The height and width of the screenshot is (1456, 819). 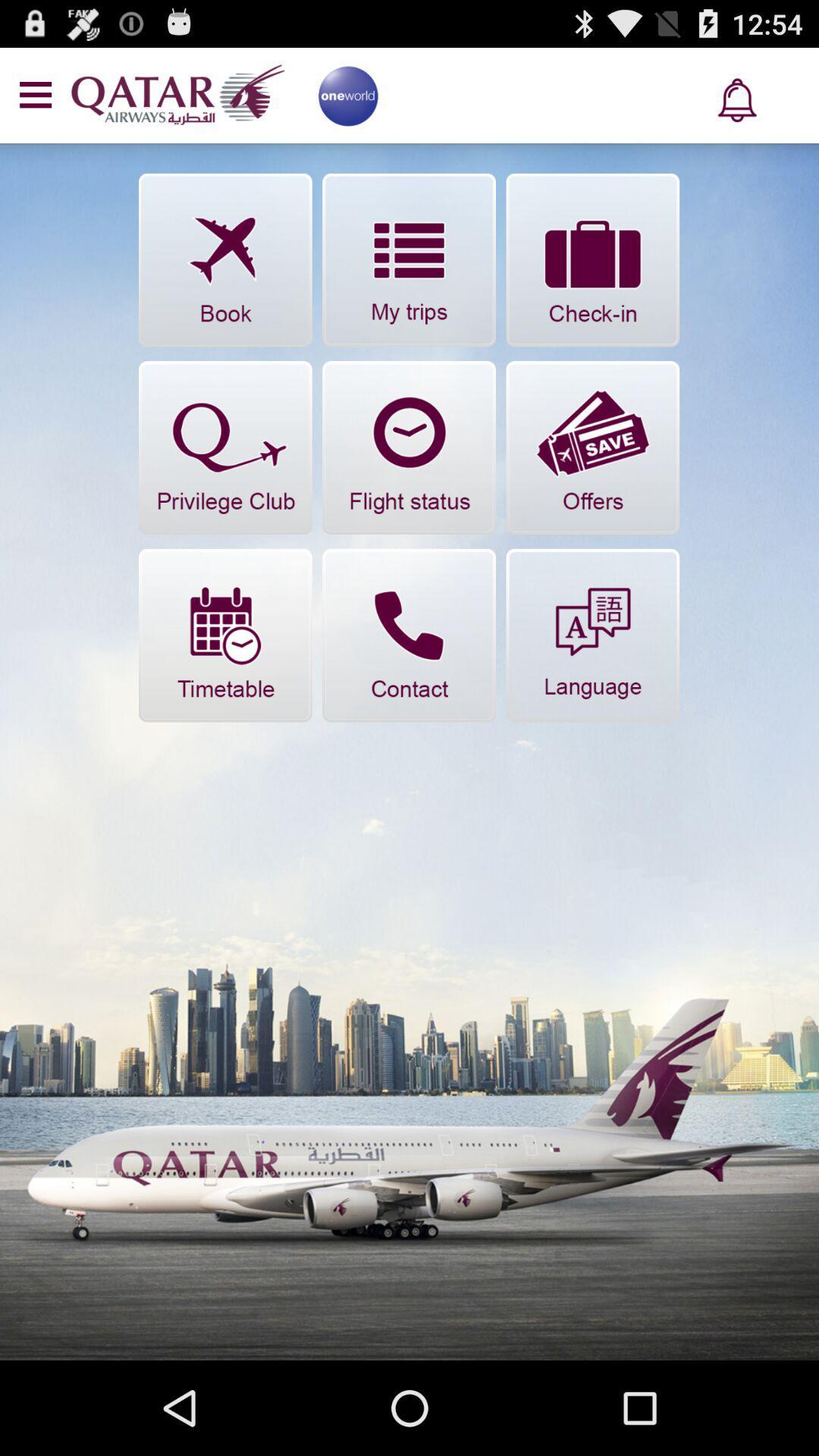 What do you see at coordinates (591, 635) in the screenshot?
I see `ateno para o icone de linguage` at bounding box center [591, 635].